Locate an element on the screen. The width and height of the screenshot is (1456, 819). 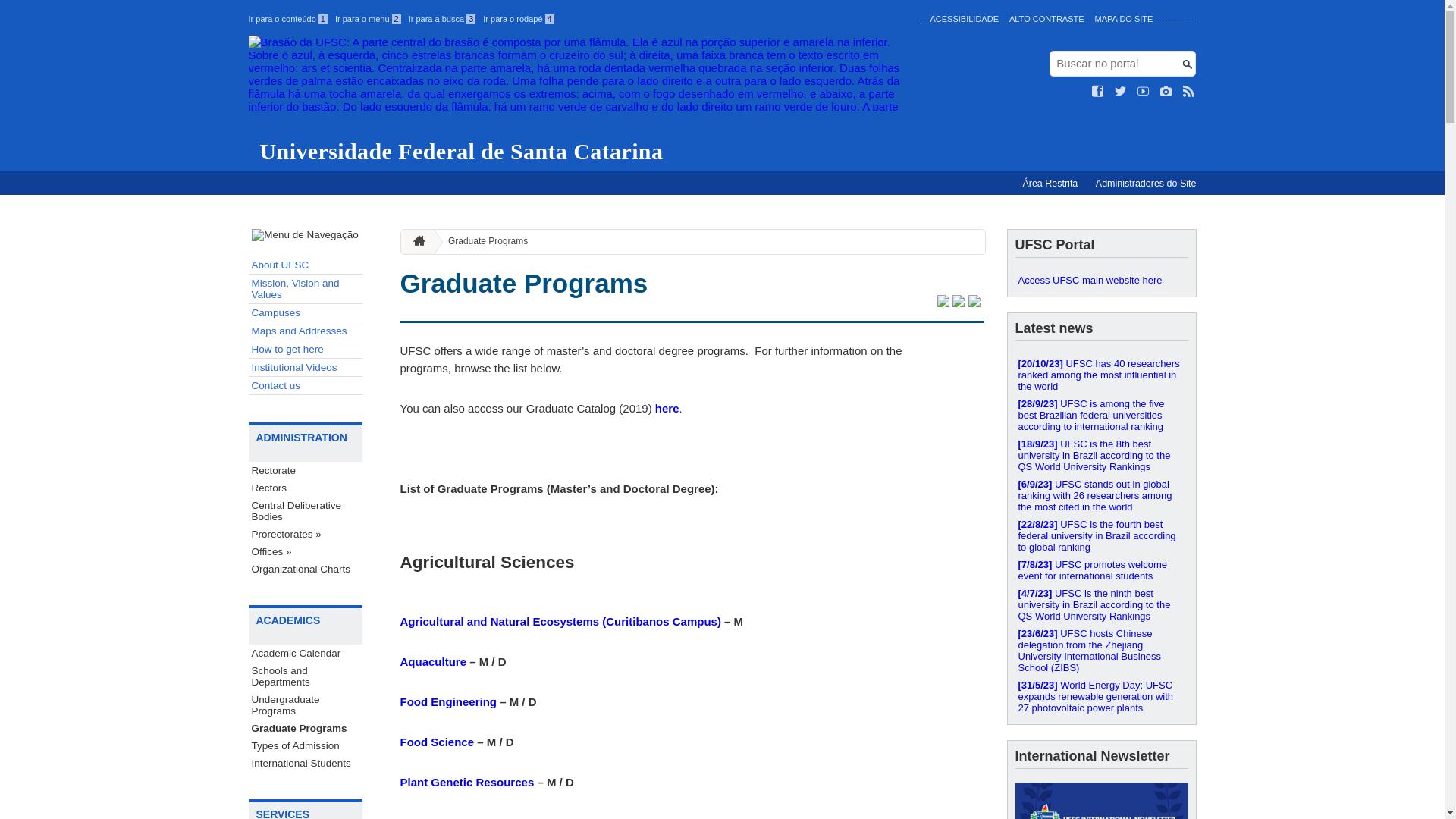
'How to get here' is located at coordinates (305, 350).